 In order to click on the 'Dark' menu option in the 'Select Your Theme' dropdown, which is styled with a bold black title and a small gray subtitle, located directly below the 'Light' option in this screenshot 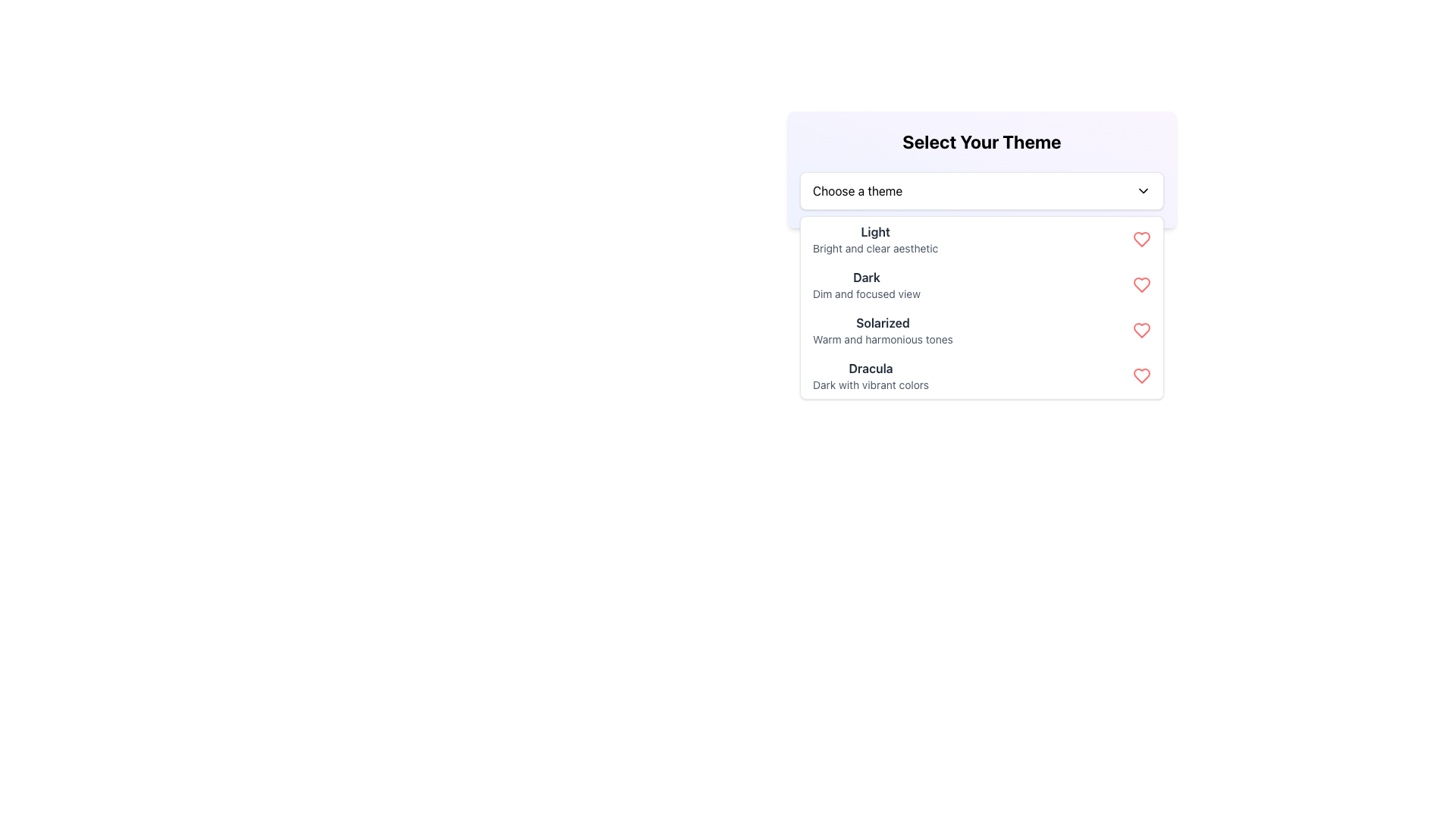, I will do `click(982, 284)`.